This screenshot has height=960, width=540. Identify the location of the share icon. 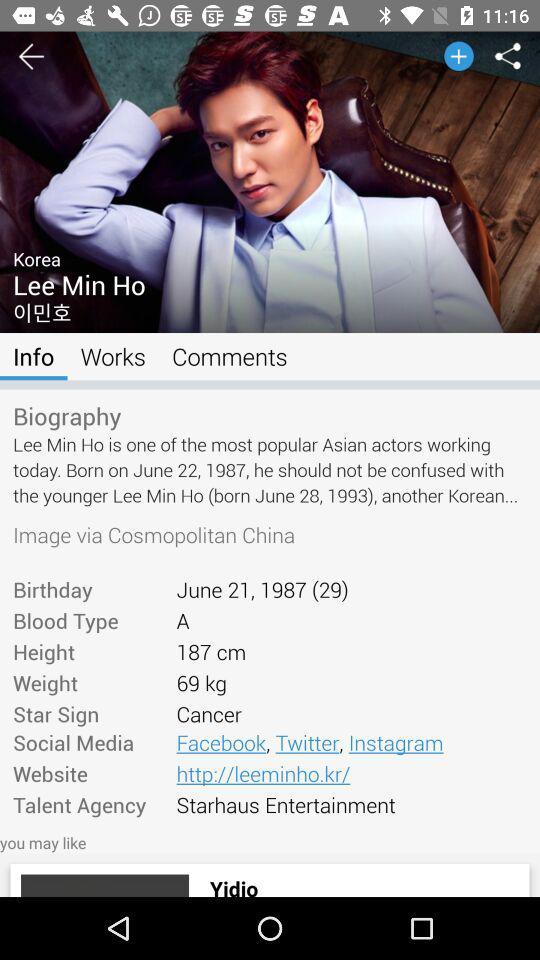
(508, 55).